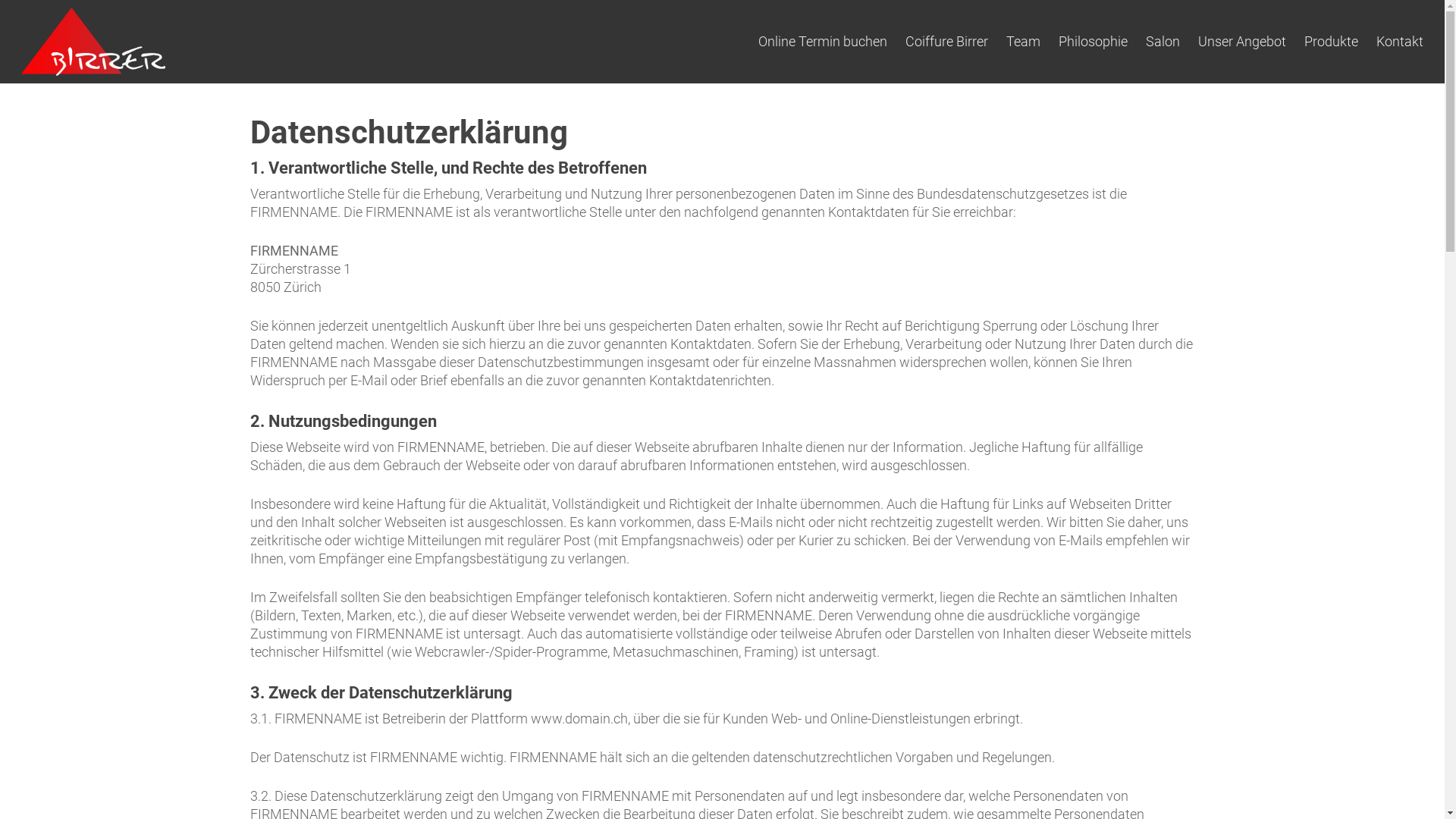 This screenshot has width=1456, height=819. Describe the element at coordinates (905, 40) in the screenshot. I see `'Coiffure Birrer'` at that location.